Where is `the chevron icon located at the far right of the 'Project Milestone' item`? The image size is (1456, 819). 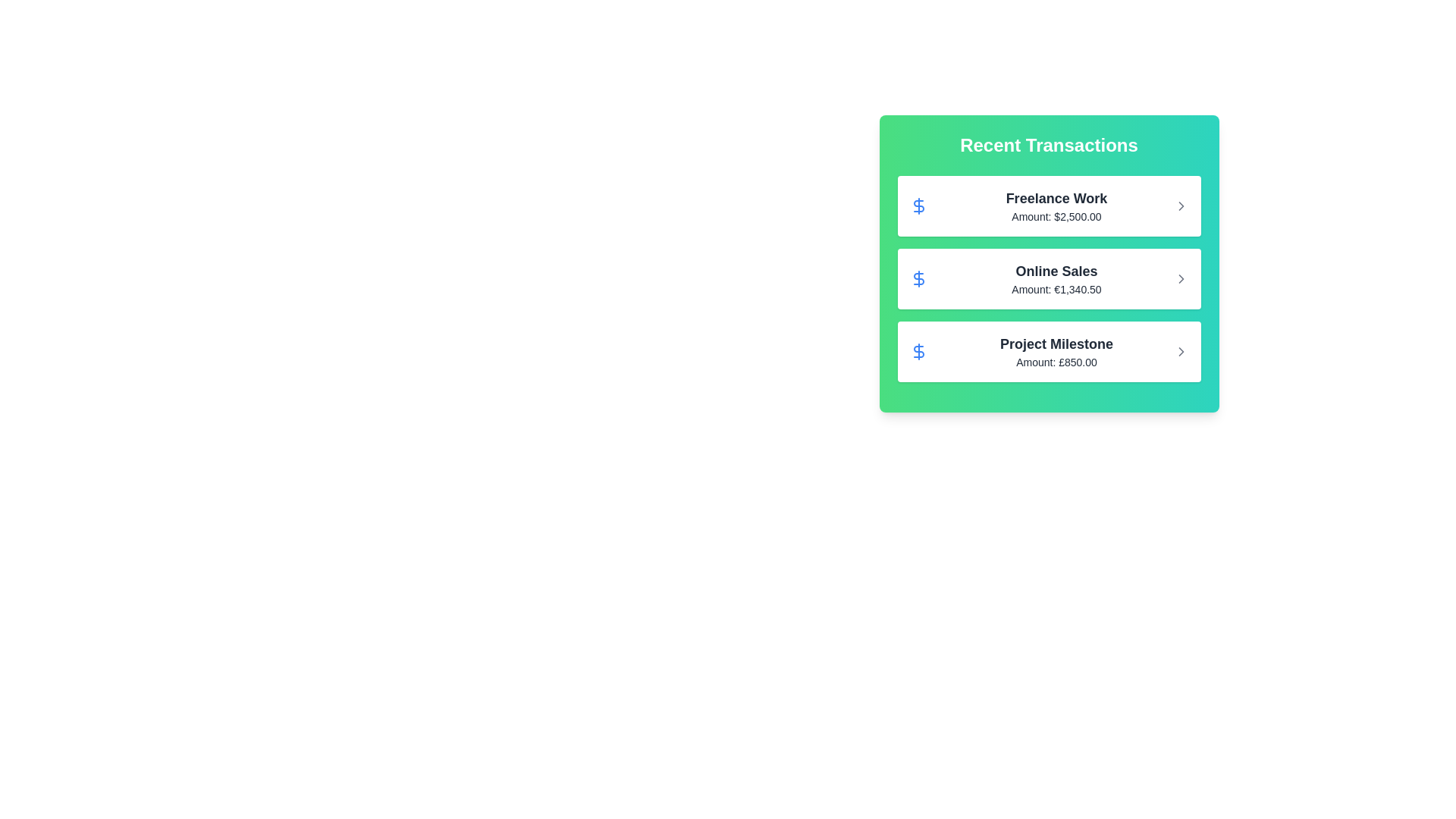 the chevron icon located at the far right of the 'Project Milestone' item is located at coordinates (1180, 351).